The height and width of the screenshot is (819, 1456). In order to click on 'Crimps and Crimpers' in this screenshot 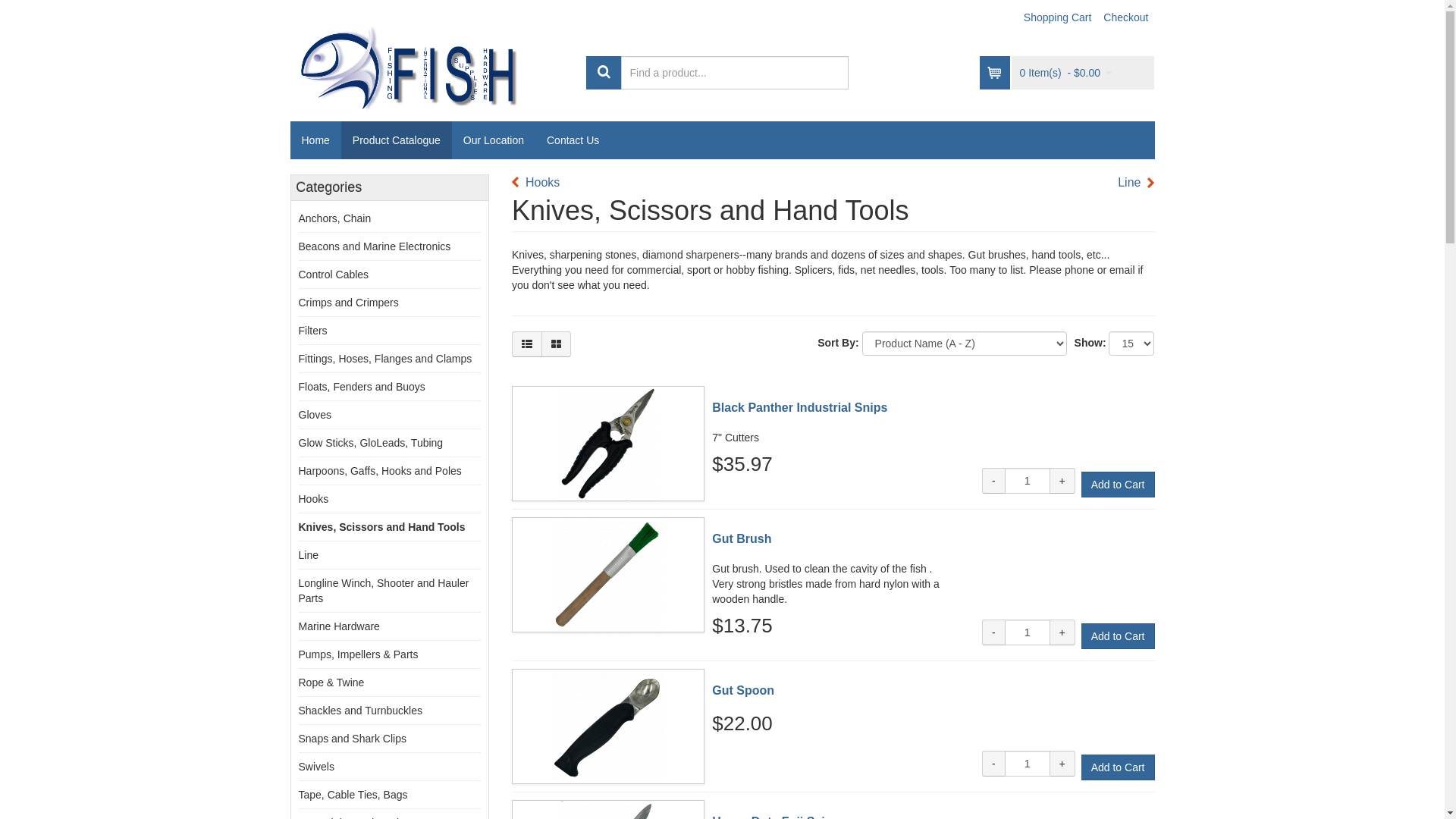, I will do `click(348, 302)`.